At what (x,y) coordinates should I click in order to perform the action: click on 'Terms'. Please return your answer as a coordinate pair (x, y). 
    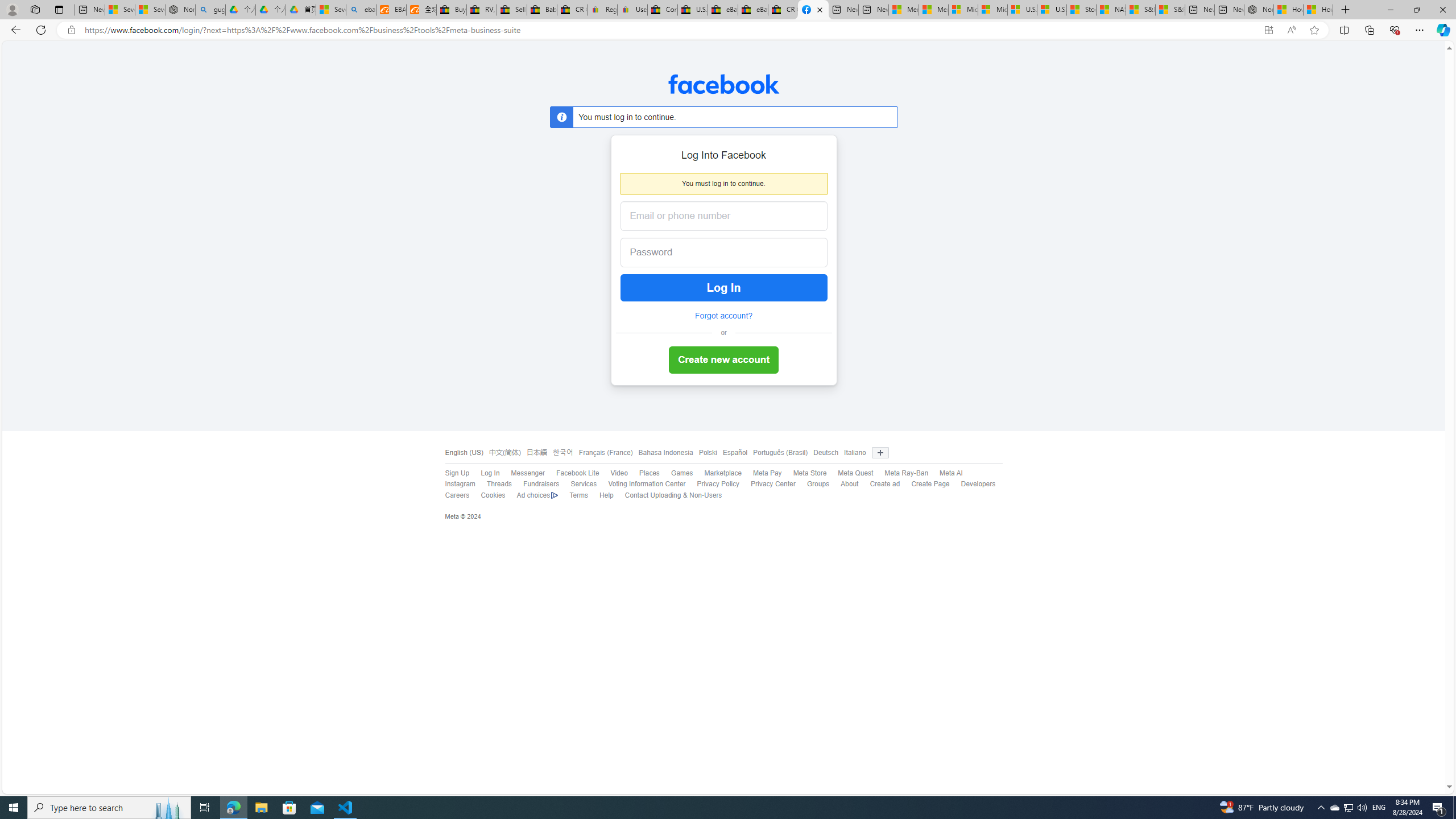
    Looking at the image, I should click on (578, 494).